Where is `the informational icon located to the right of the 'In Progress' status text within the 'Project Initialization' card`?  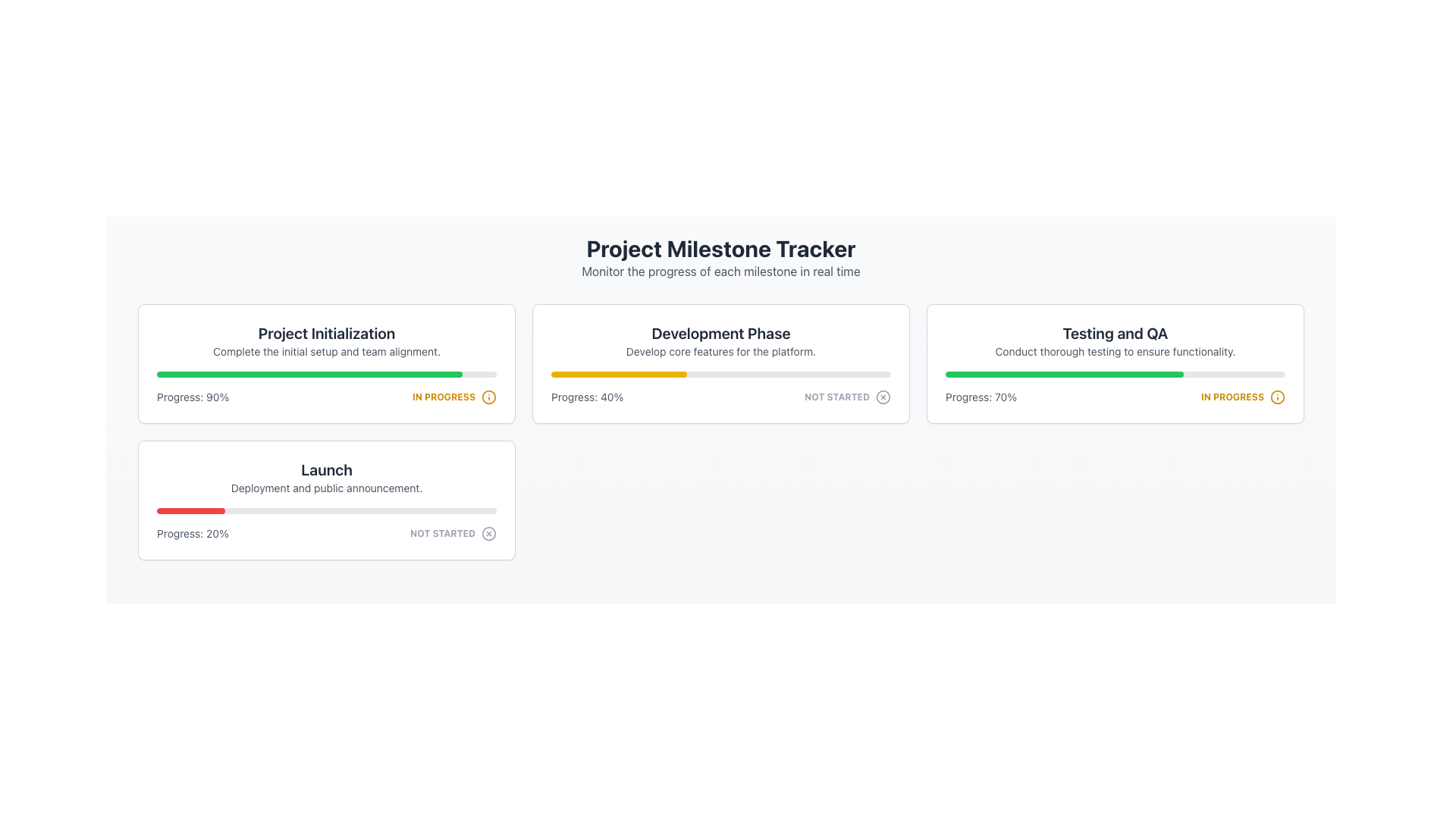 the informational icon located to the right of the 'In Progress' status text within the 'Project Initialization' card is located at coordinates (488, 397).